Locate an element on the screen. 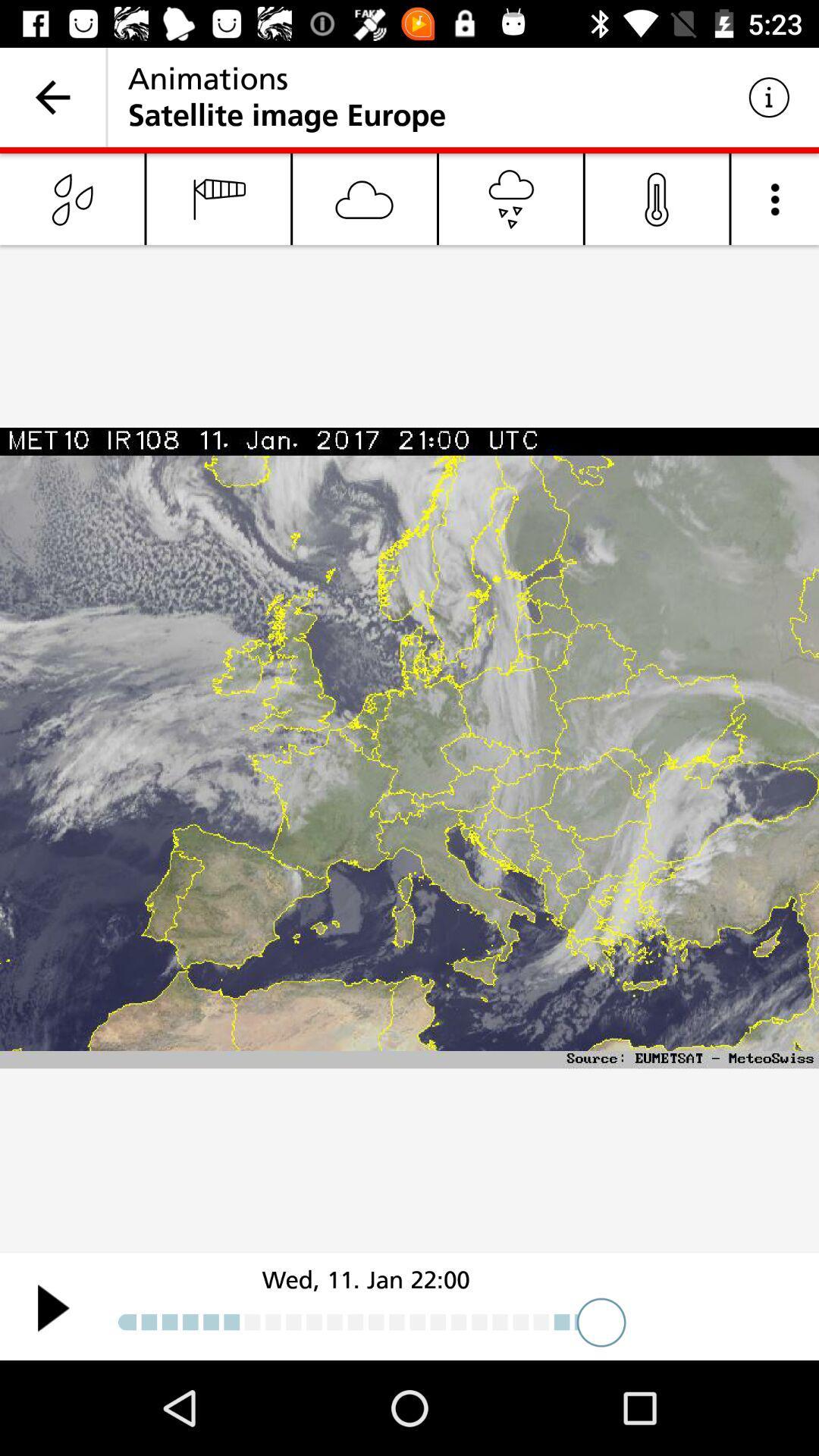 The height and width of the screenshot is (1456, 819). icon to the left of the animations icon is located at coordinates (52, 96).